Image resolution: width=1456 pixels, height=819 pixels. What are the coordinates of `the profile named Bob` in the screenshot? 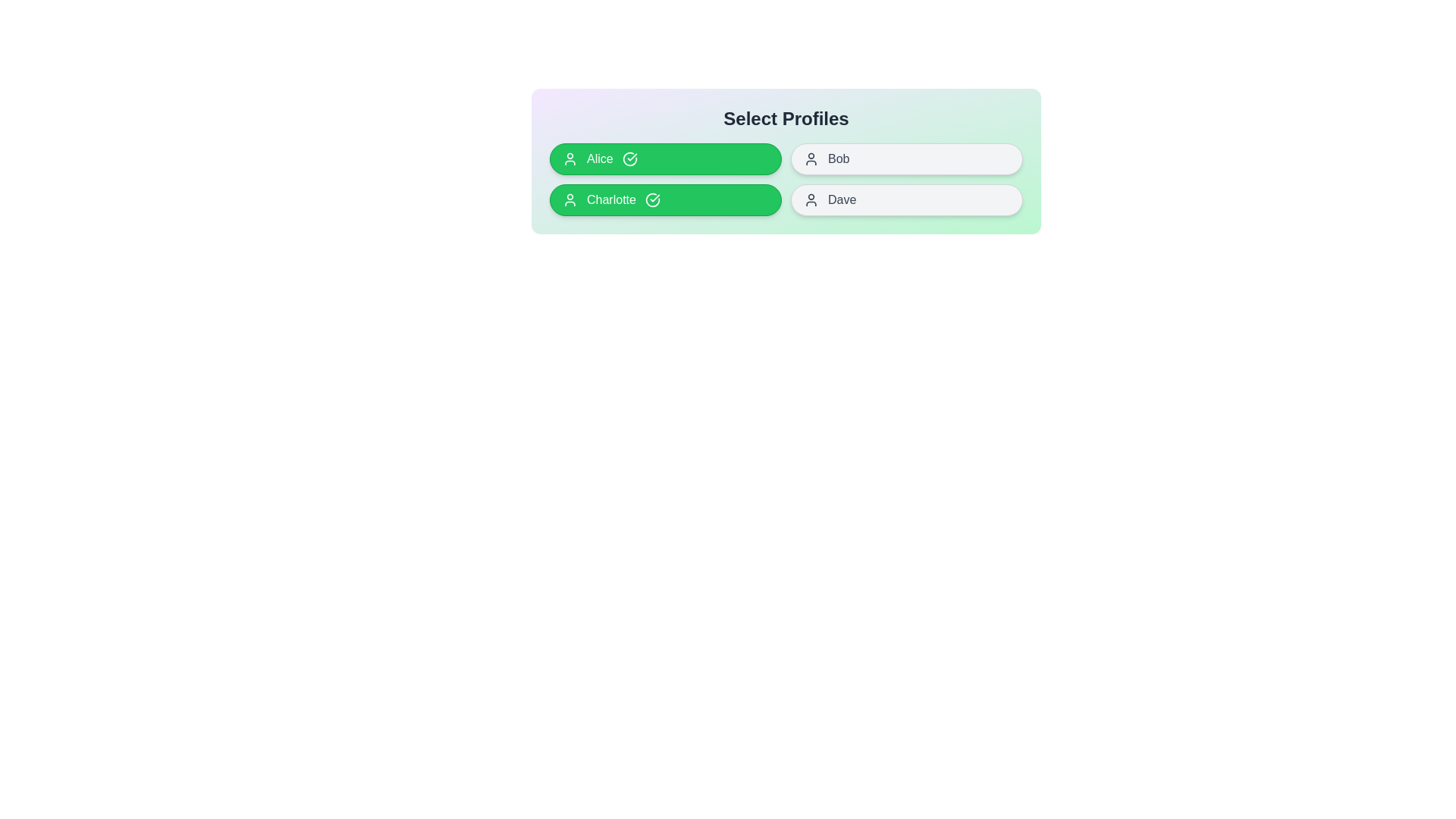 It's located at (906, 158).